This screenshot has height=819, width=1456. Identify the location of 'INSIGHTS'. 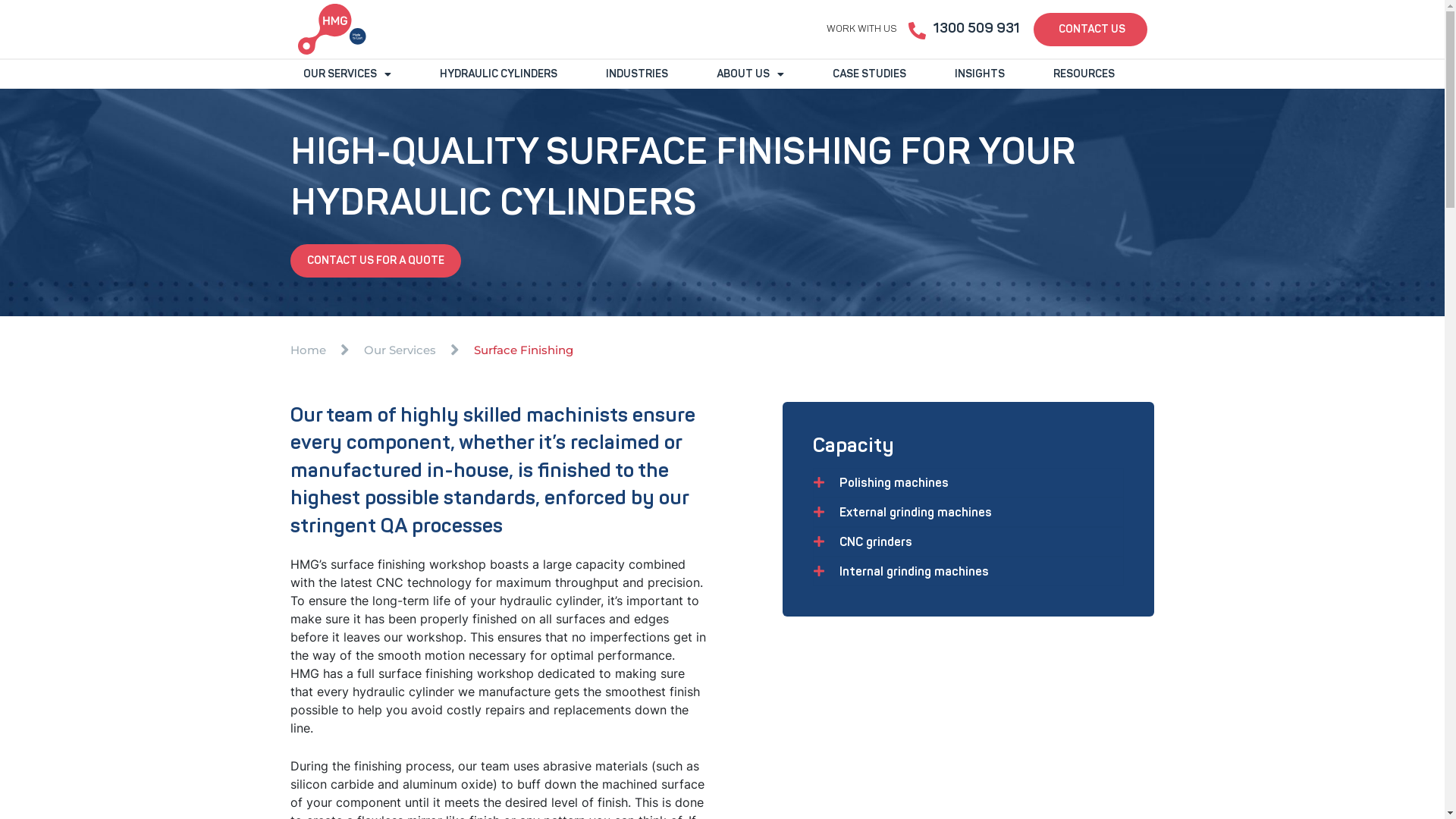
(979, 74).